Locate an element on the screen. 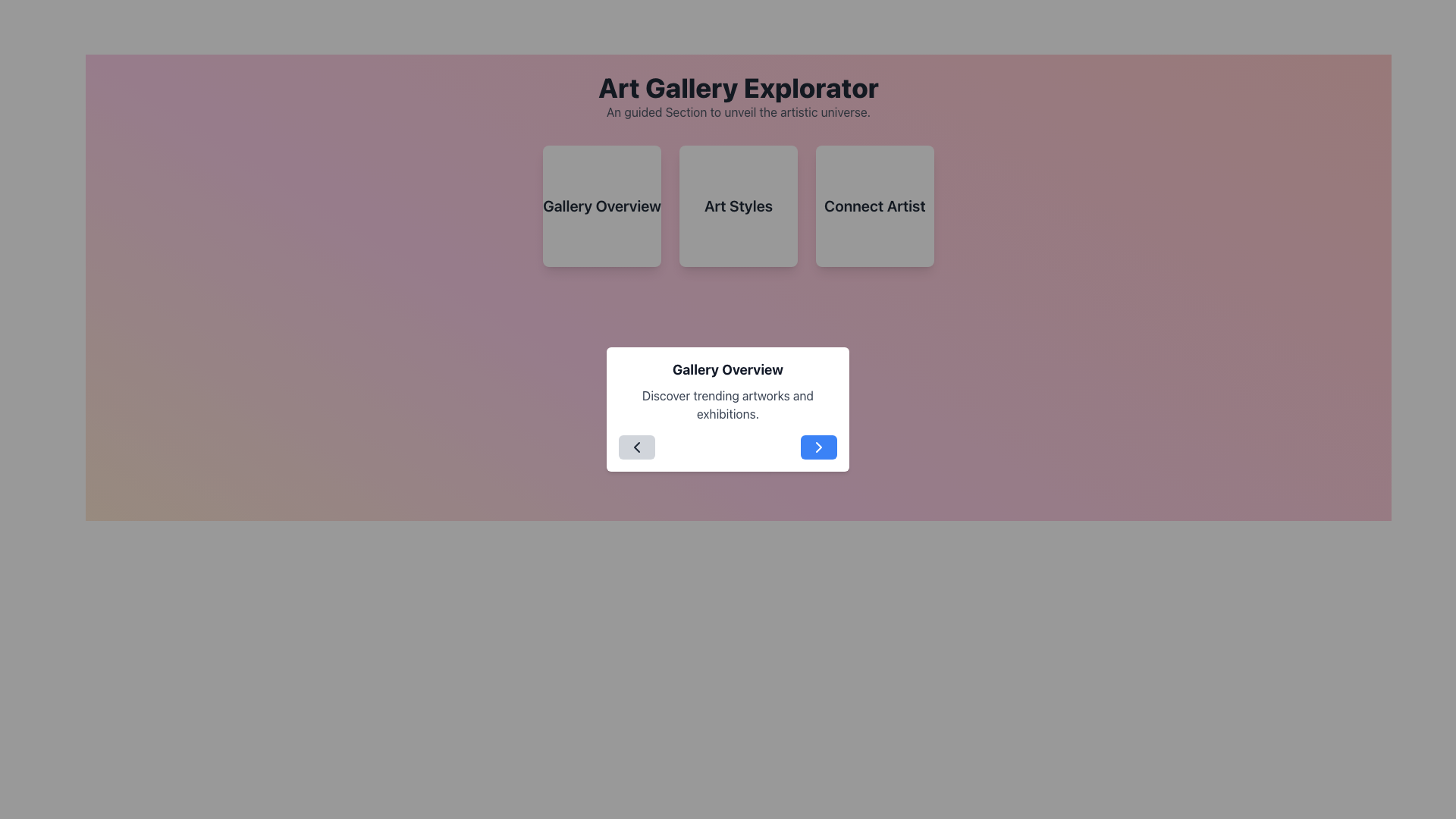 This screenshot has height=819, width=1456. the navigation arrow icon located on the rightmost side of the pop-up content section to trigger the tooltip or highlight effect is located at coordinates (818, 447).